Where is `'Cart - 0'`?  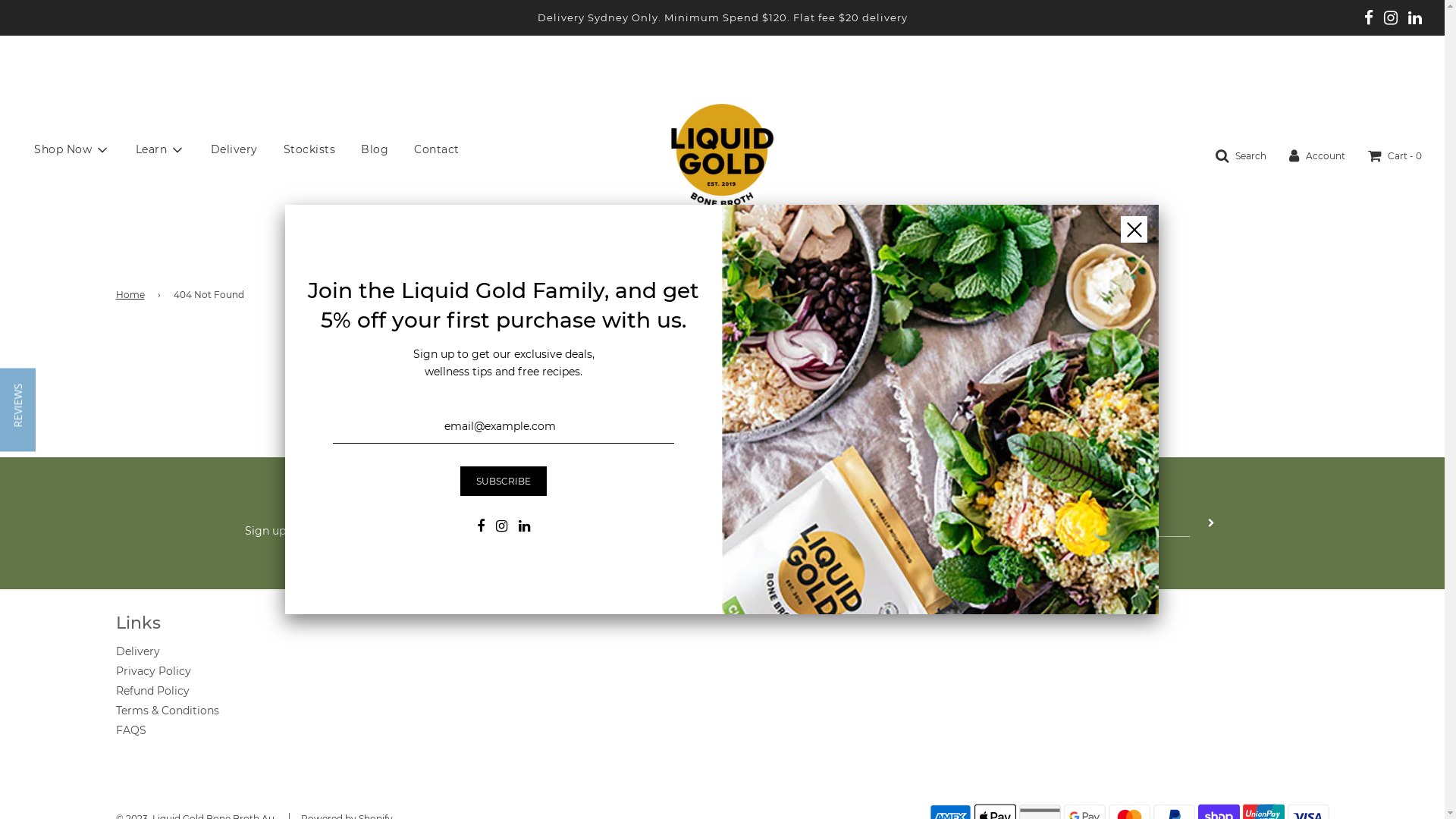 'Cart - 0' is located at coordinates (1395, 155).